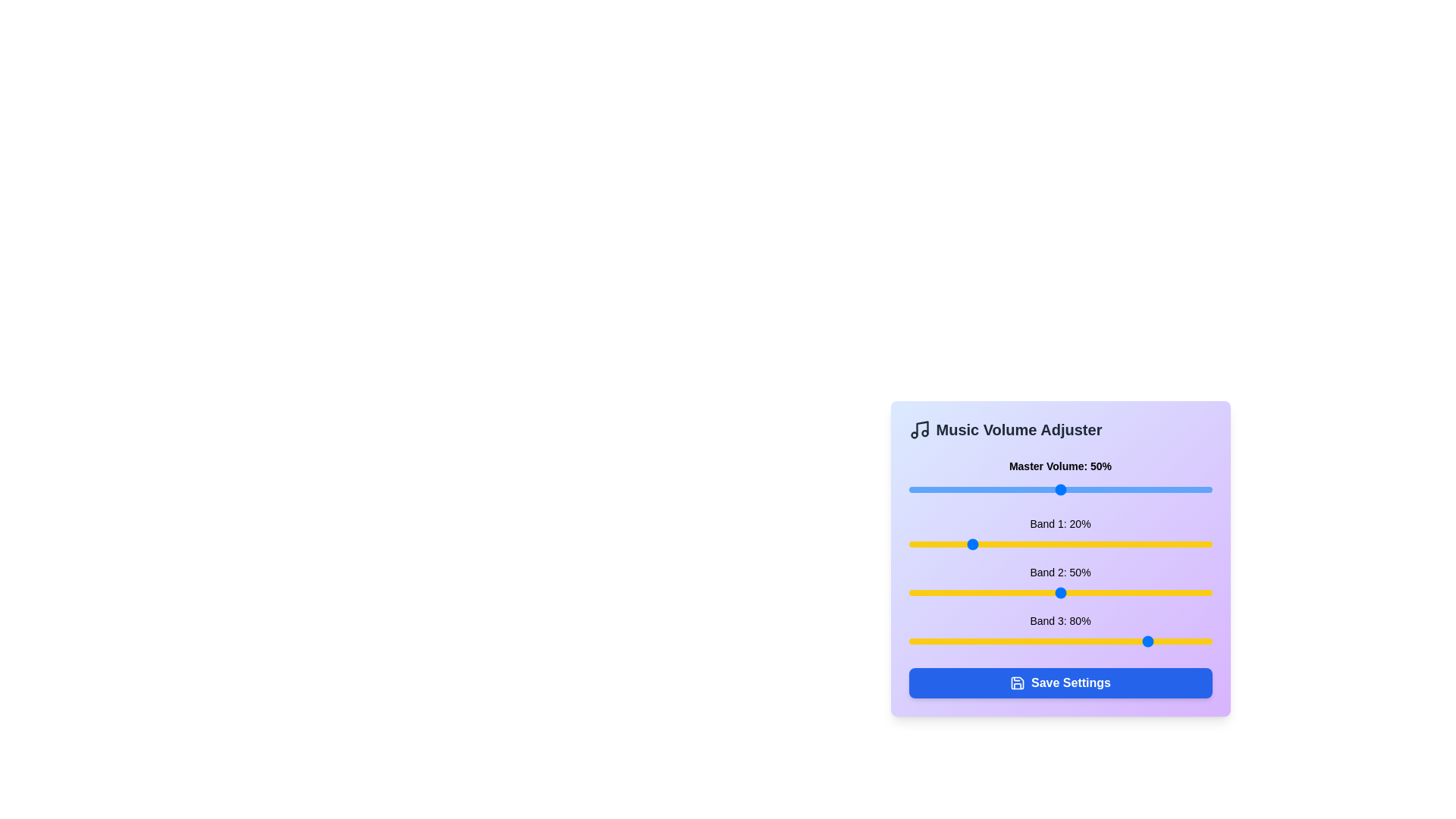 This screenshot has height=819, width=1456. Describe the element at coordinates (1136, 641) in the screenshot. I see `Band 3` at that location.